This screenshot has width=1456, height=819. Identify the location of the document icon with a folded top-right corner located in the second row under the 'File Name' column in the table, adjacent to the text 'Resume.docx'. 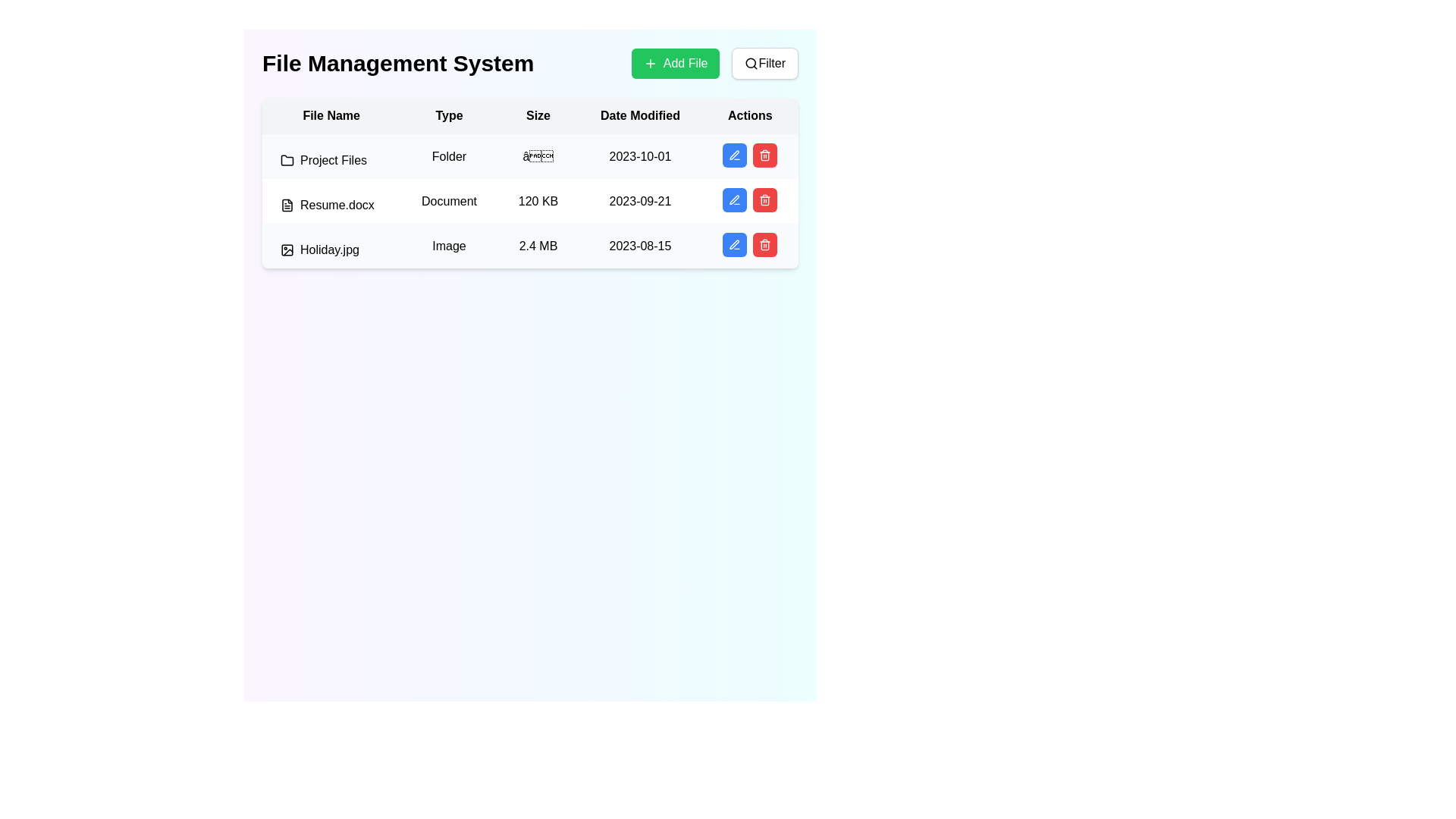
(287, 205).